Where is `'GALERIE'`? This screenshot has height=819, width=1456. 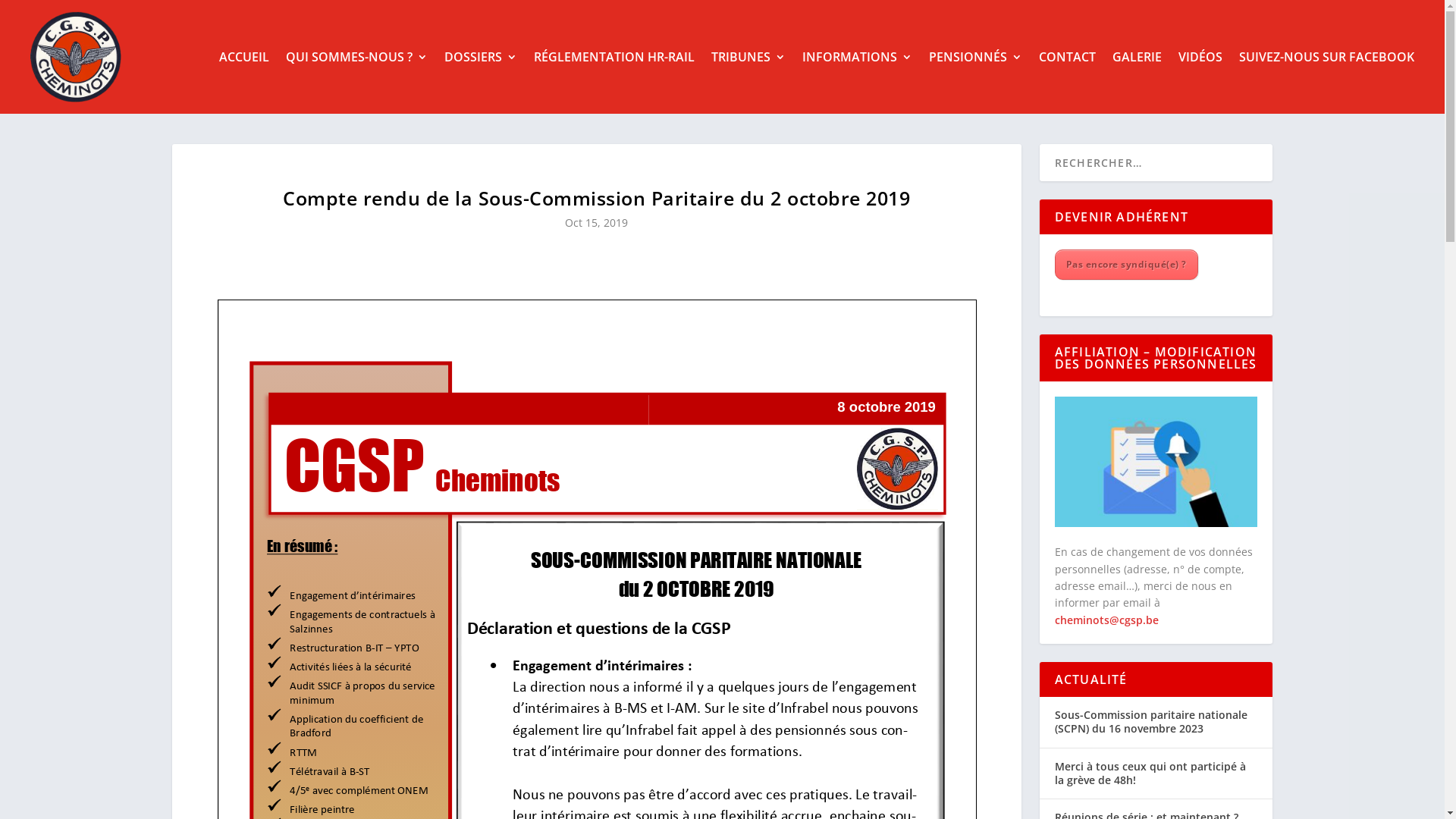 'GALERIE' is located at coordinates (1112, 55).